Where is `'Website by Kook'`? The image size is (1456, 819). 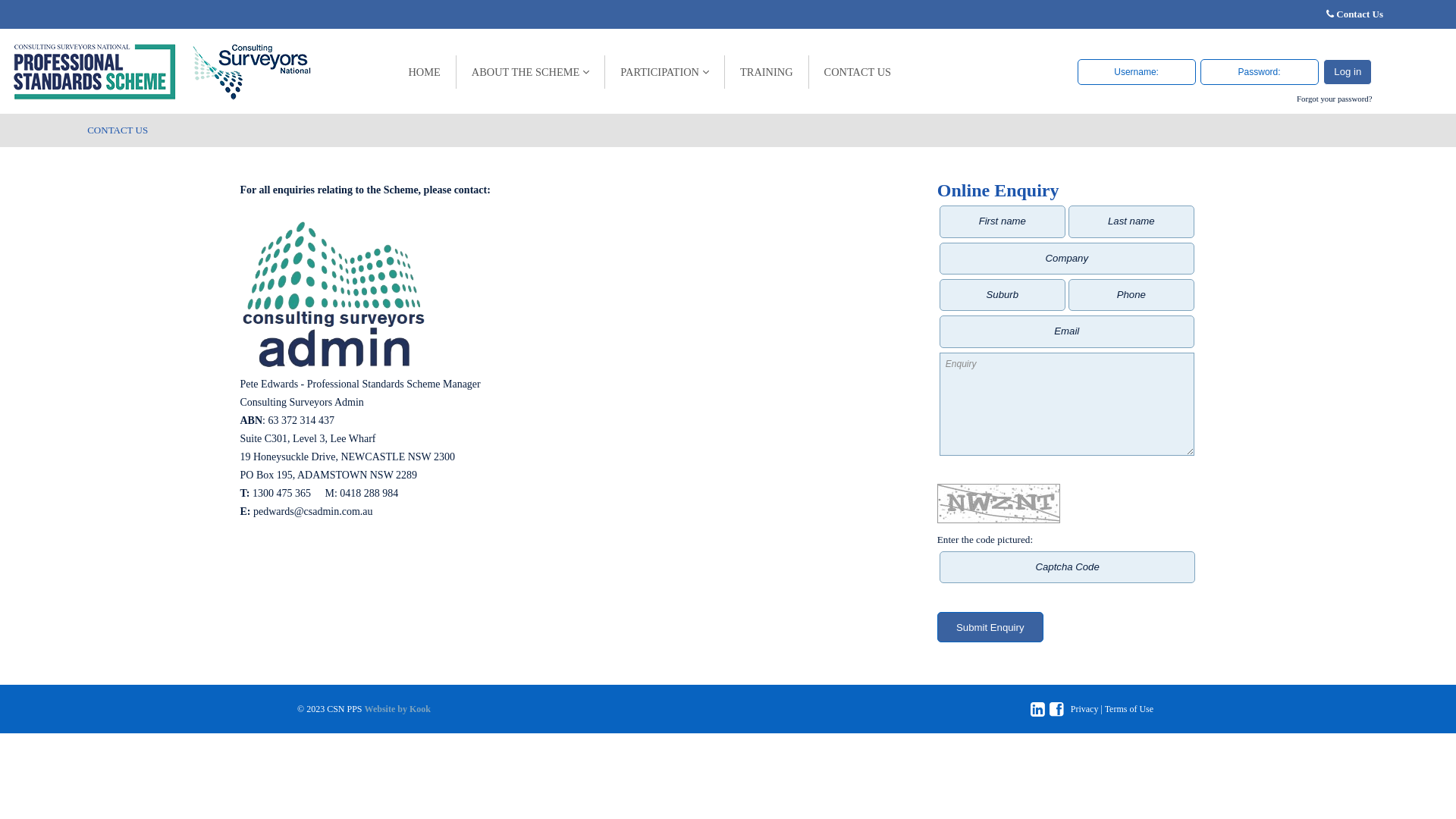
'Website by Kook' is located at coordinates (397, 708).